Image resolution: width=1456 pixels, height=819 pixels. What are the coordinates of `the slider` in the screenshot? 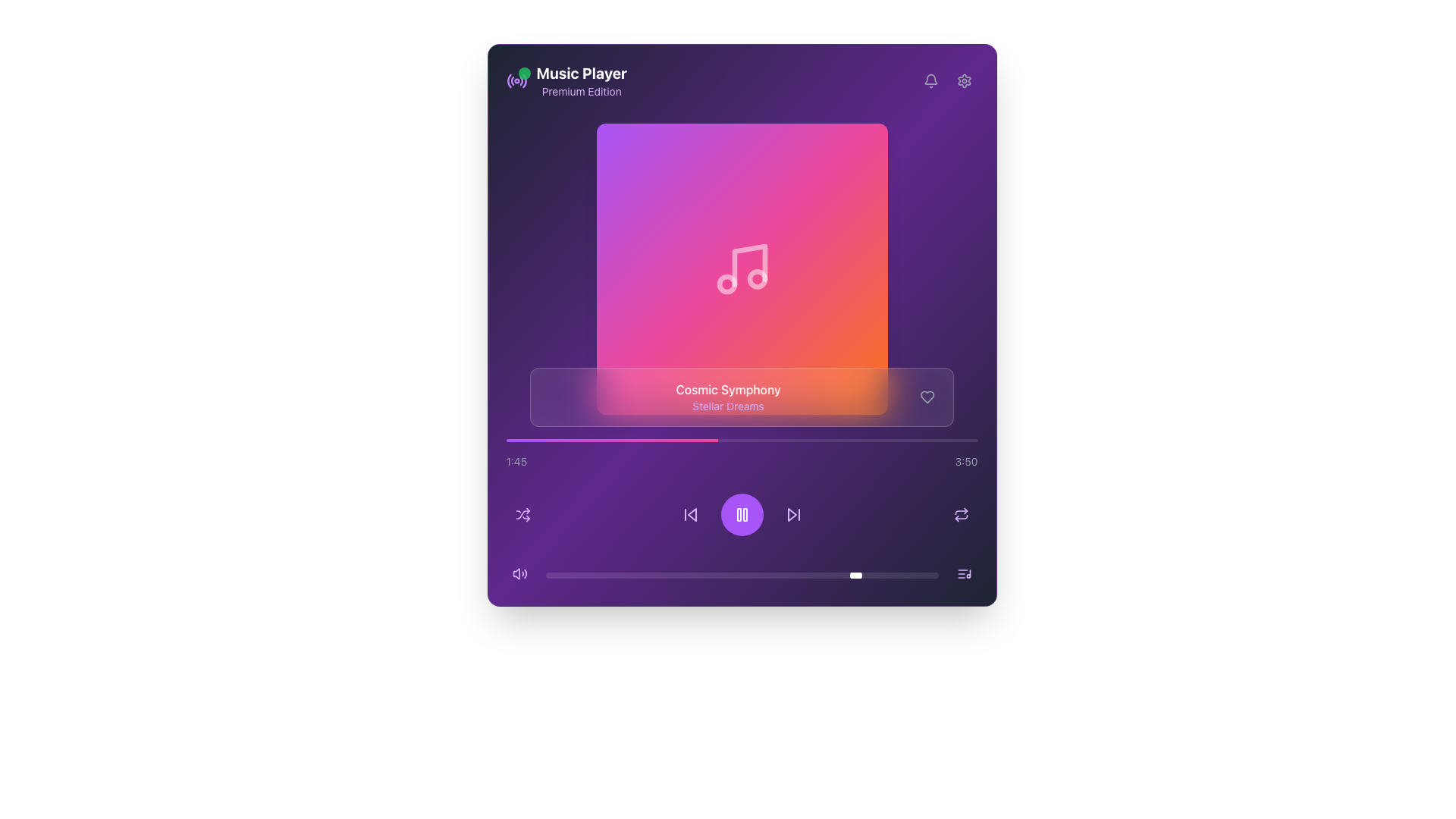 It's located at (655, 576).